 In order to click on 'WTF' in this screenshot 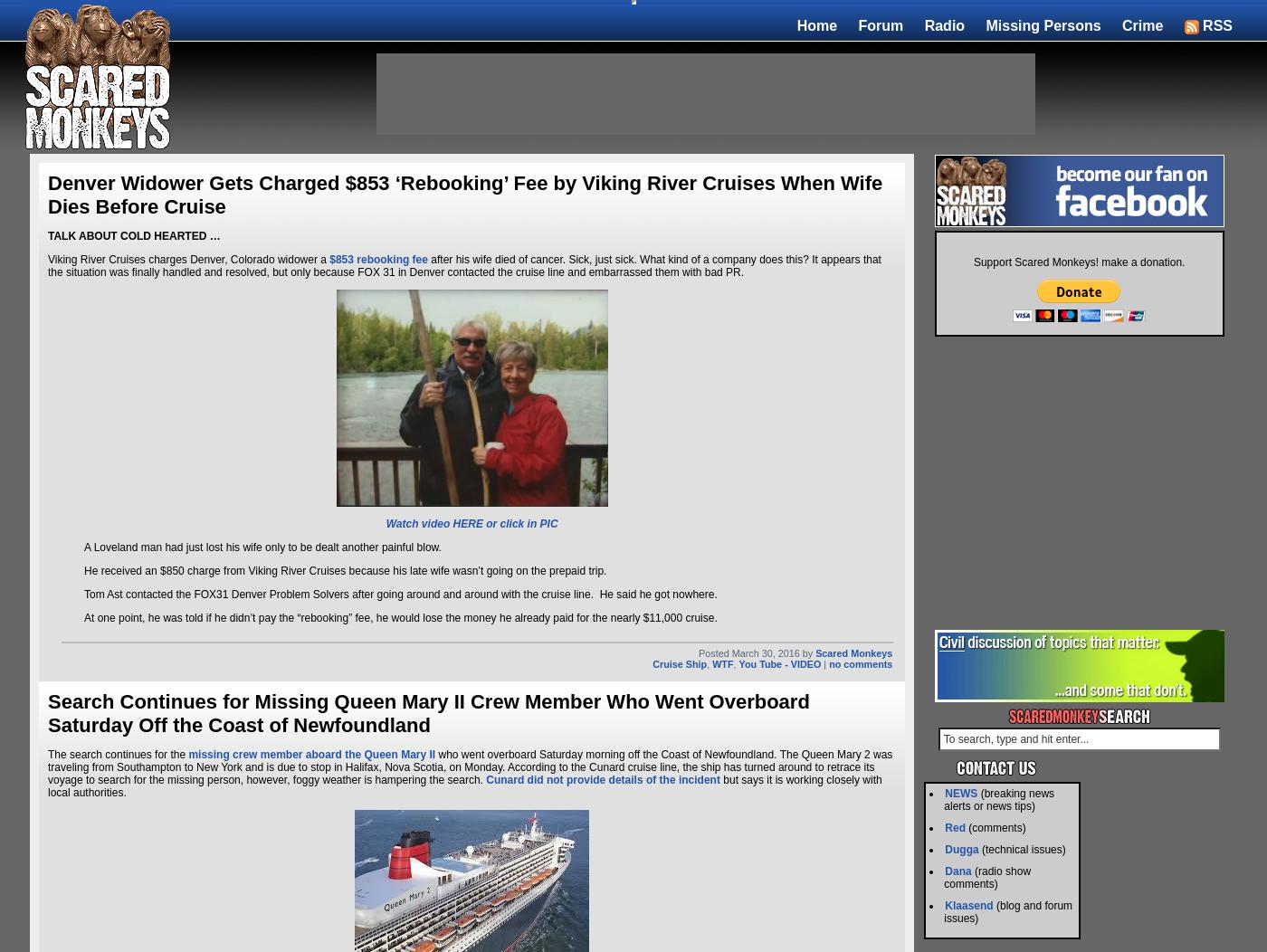, I will do `click(721, 663)`.